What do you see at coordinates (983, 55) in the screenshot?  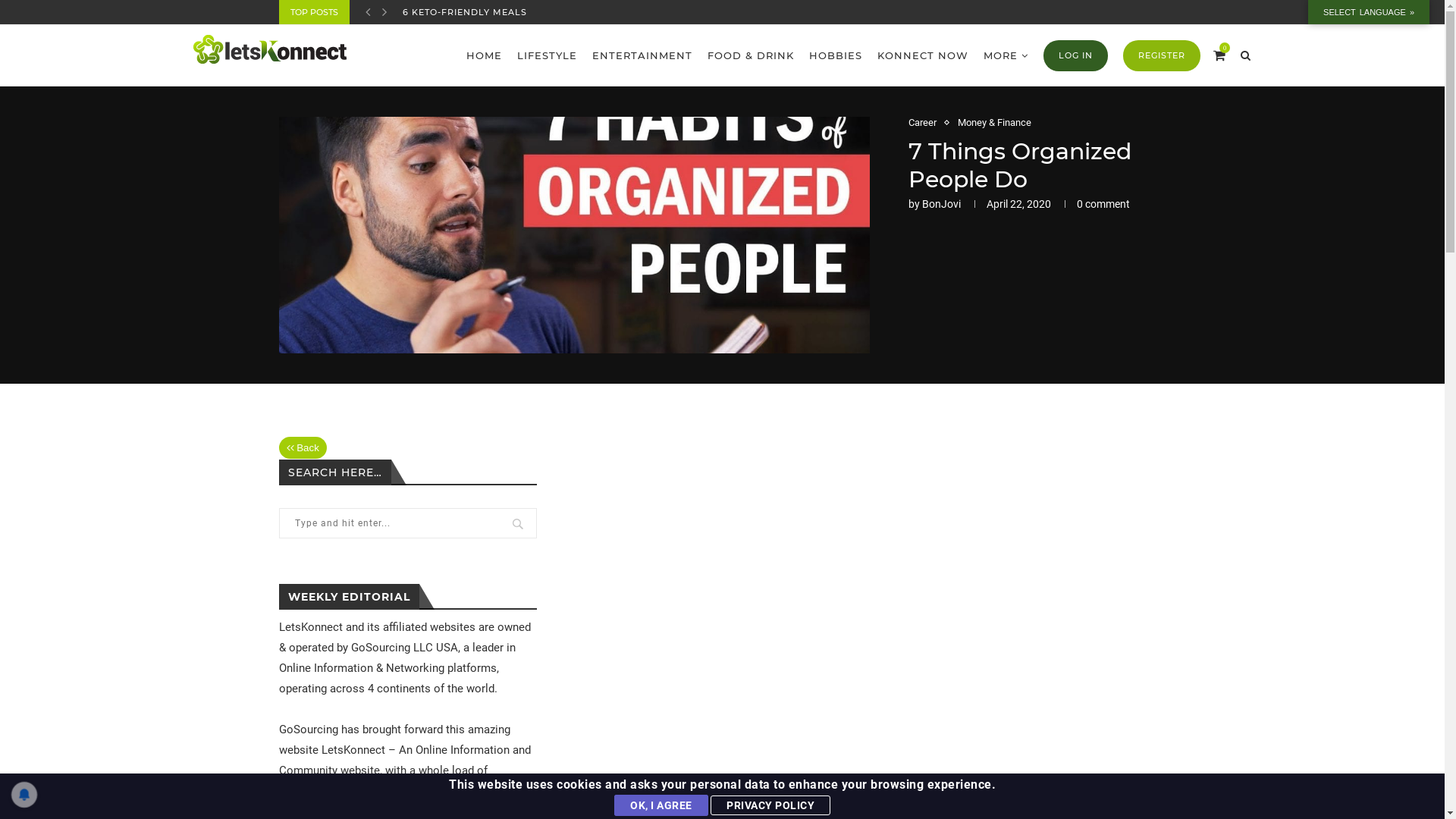 I see `'MORE'` at bounding box center [983, 55].